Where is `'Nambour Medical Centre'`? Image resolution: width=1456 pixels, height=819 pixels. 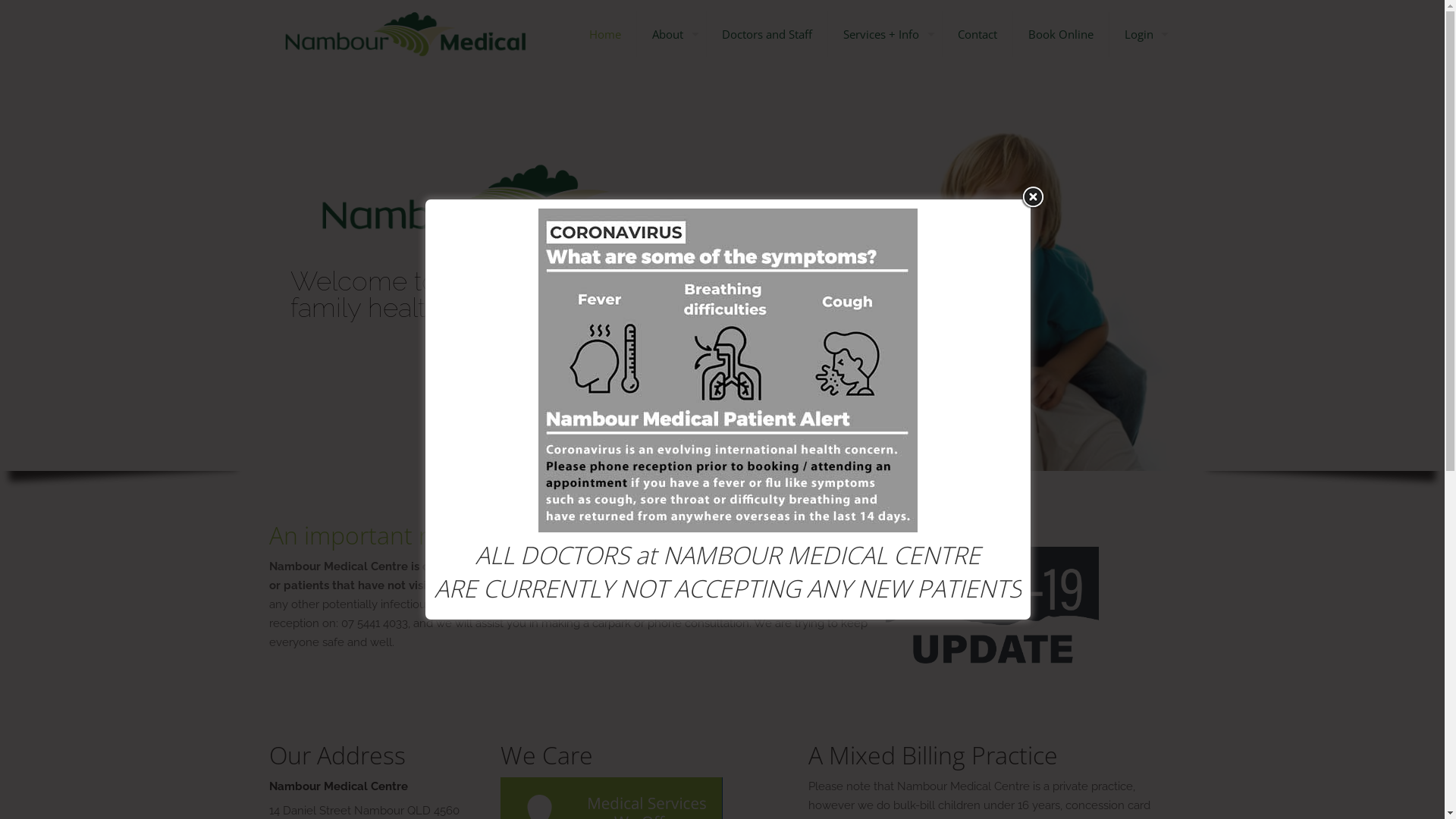
'Nambour Medical Centre' is located at coordinates (405, 34).